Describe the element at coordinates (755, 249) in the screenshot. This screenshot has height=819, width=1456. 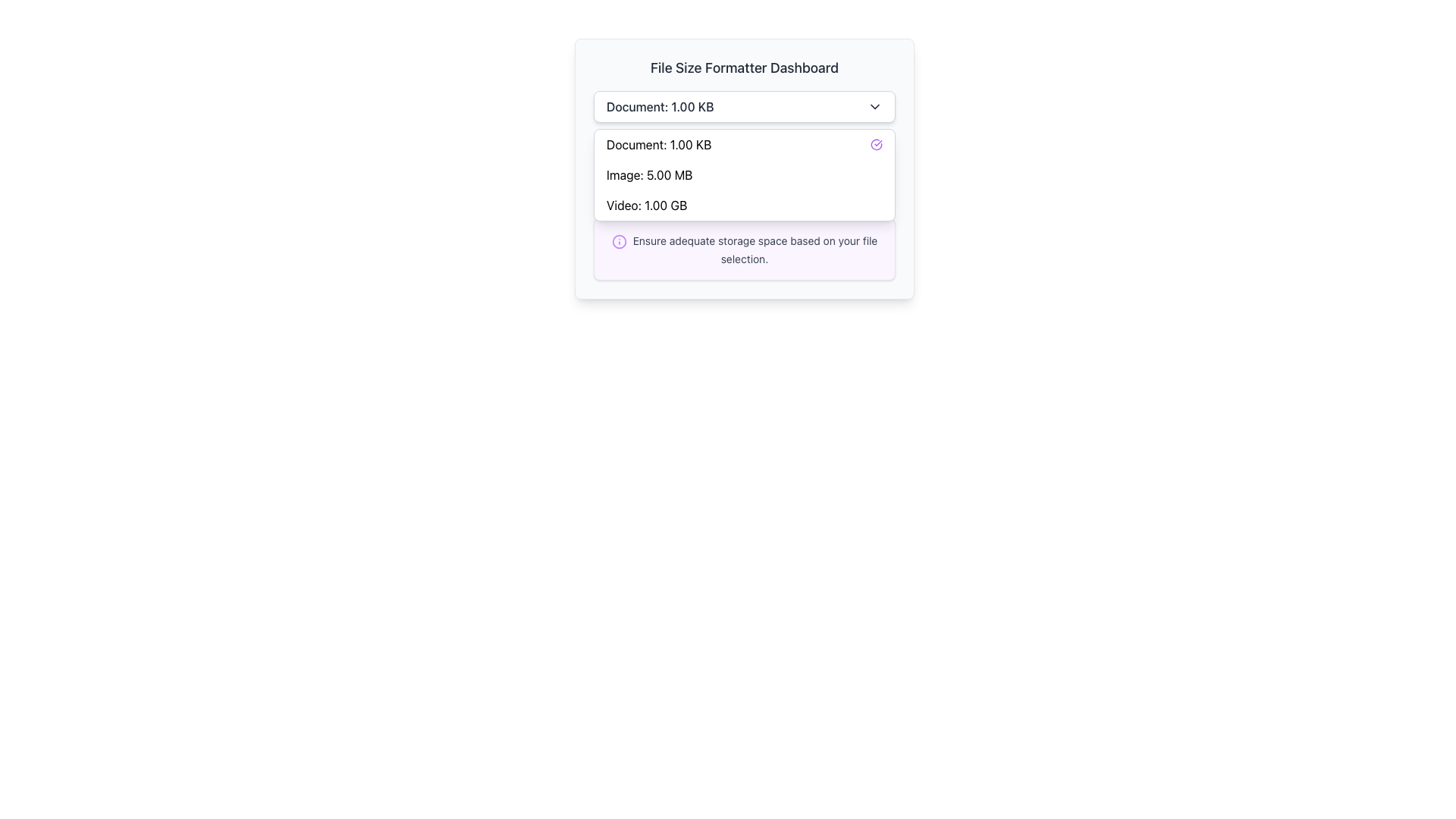
I see `the descriptive text that reads 'Ensure adequate storage space based on your file selection.' which is displayed in gray color below an icon within a bordered box` at that location.